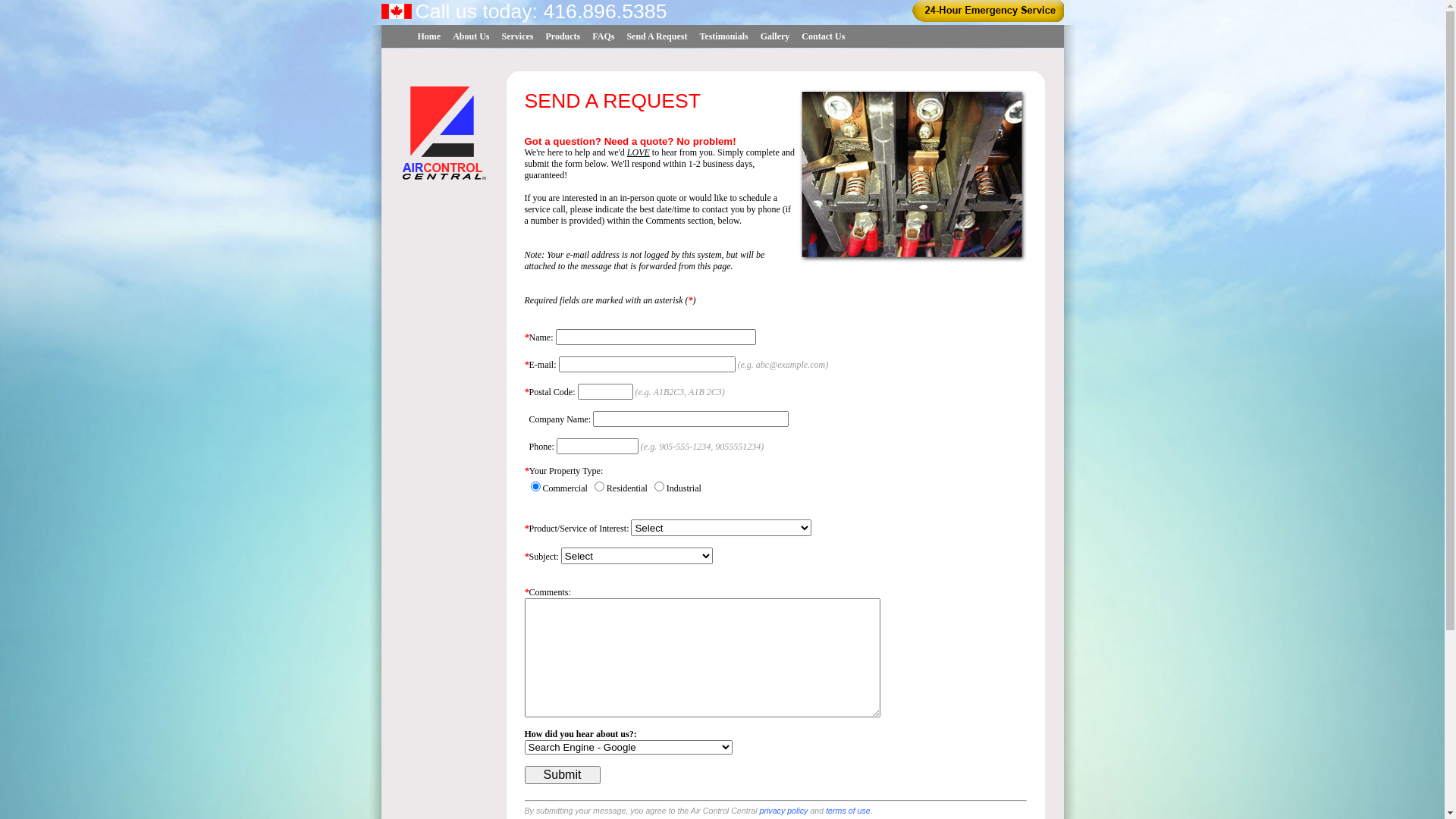 This screenshot has width=1456, height=819. I want to click on 'Gallery', so click(775, 36).